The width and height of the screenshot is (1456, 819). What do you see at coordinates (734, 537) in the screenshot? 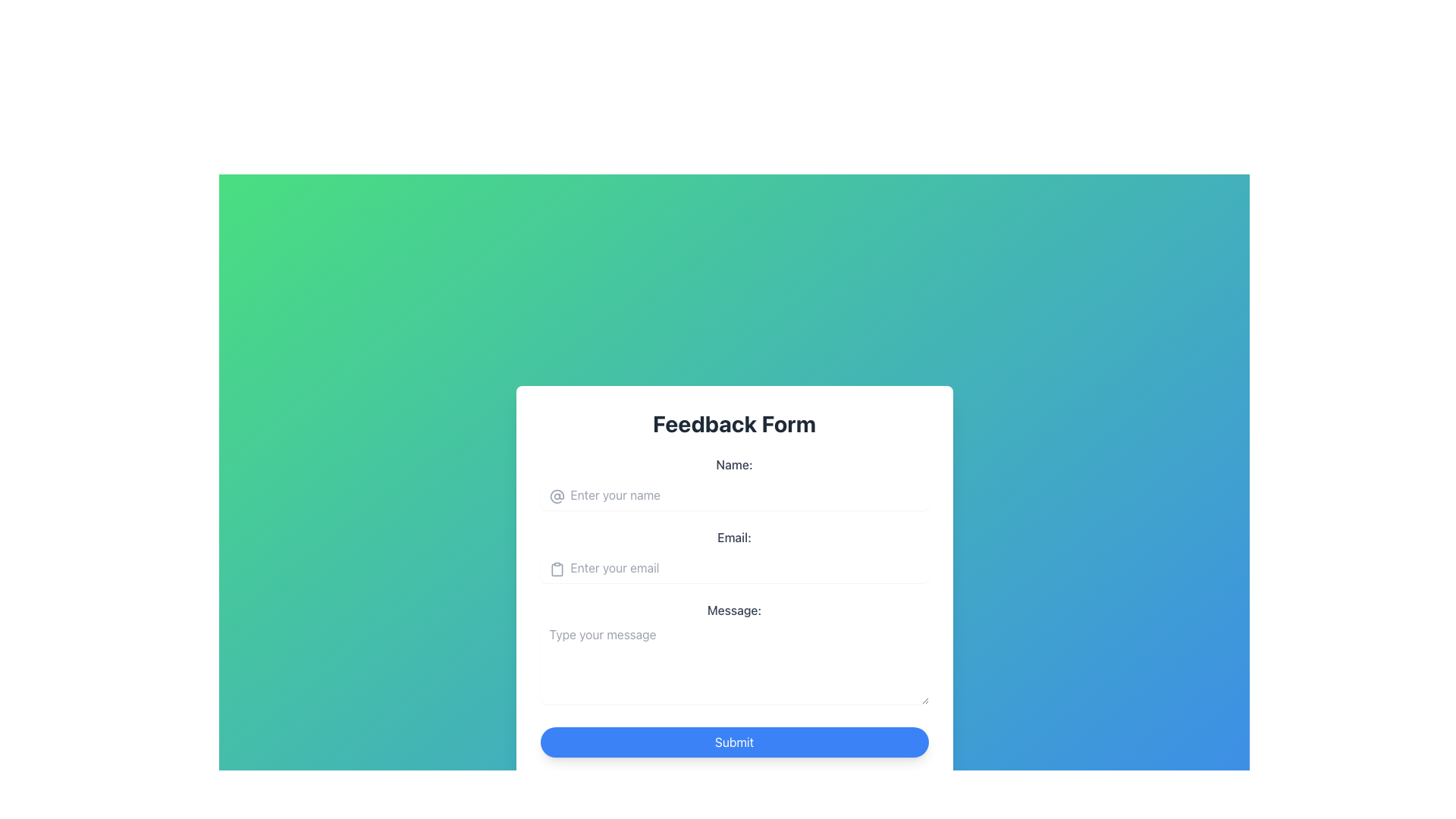
I see `the text label that says 'Email:' which is styled with a medium-weight font and gray color, positioned between the Name and Message labels` at bounding box center [734, 537].